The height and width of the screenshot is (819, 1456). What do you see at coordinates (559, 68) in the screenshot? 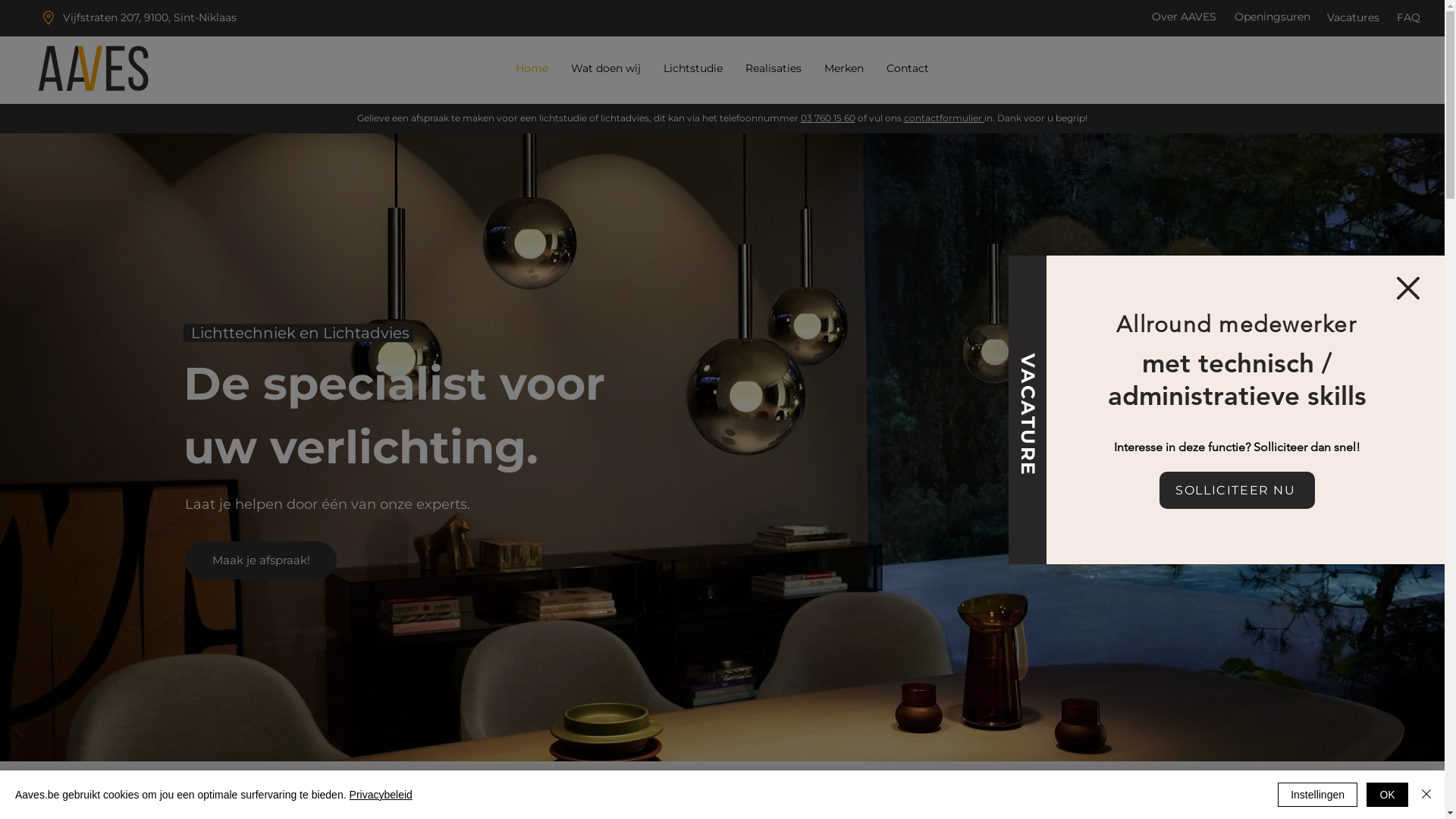
I see `'Wat doen wij'` at bounding box center [559, 68].